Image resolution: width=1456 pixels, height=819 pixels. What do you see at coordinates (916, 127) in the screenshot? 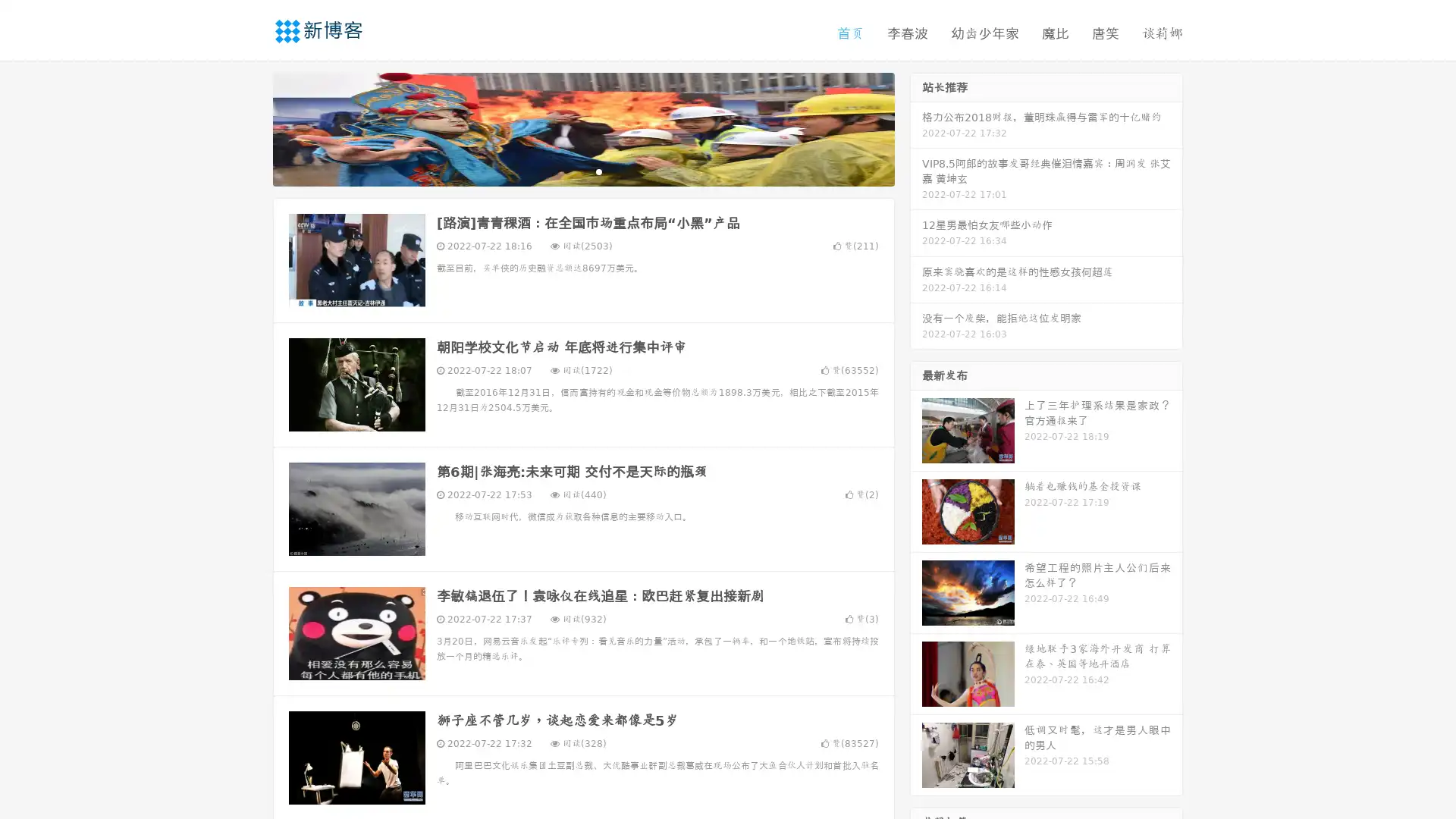
I see `Next slide` at bounding box center [916, 127].